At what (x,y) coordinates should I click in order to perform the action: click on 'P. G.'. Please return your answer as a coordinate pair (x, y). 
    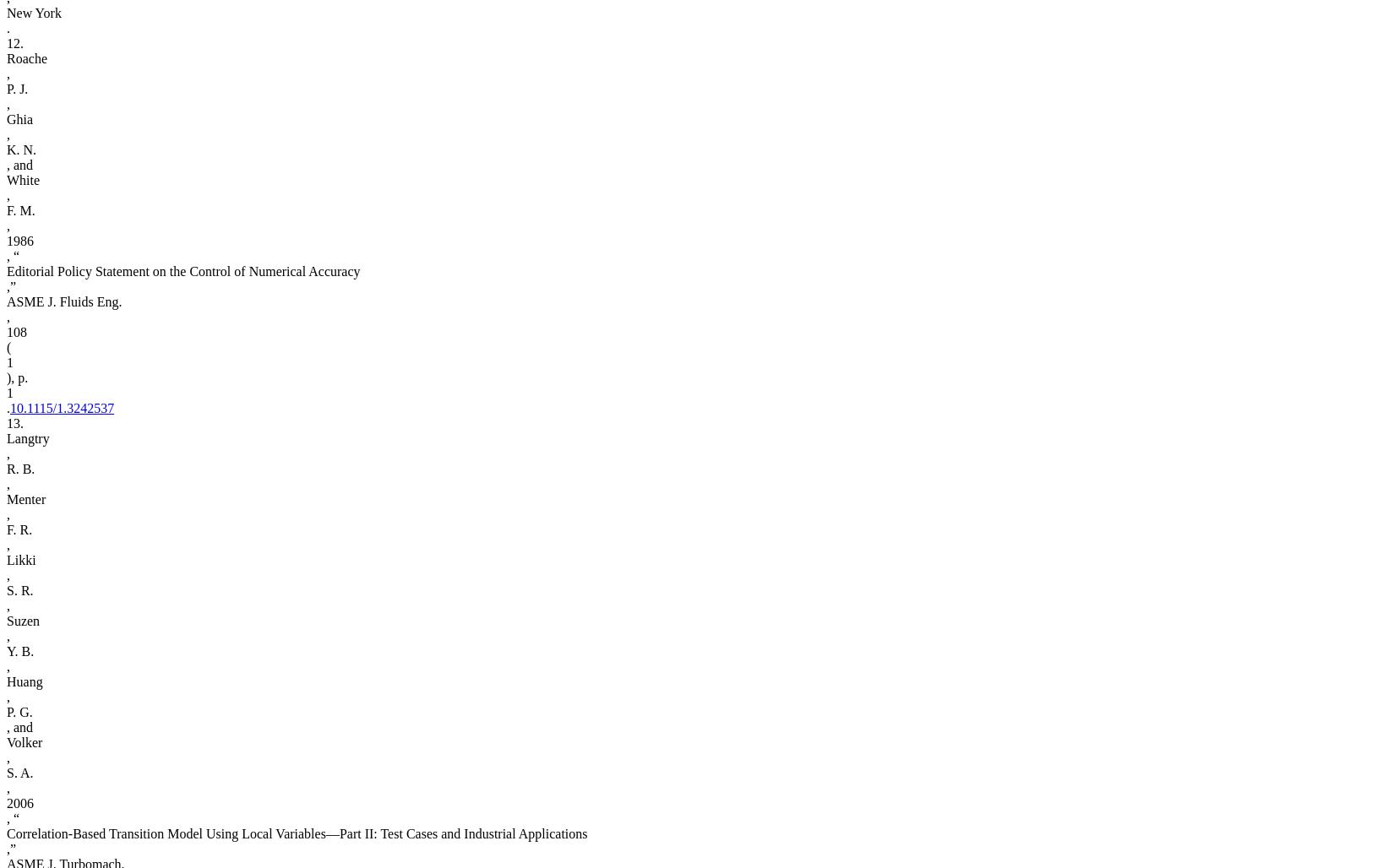
    Looking at the image, I should click on (5, 711).